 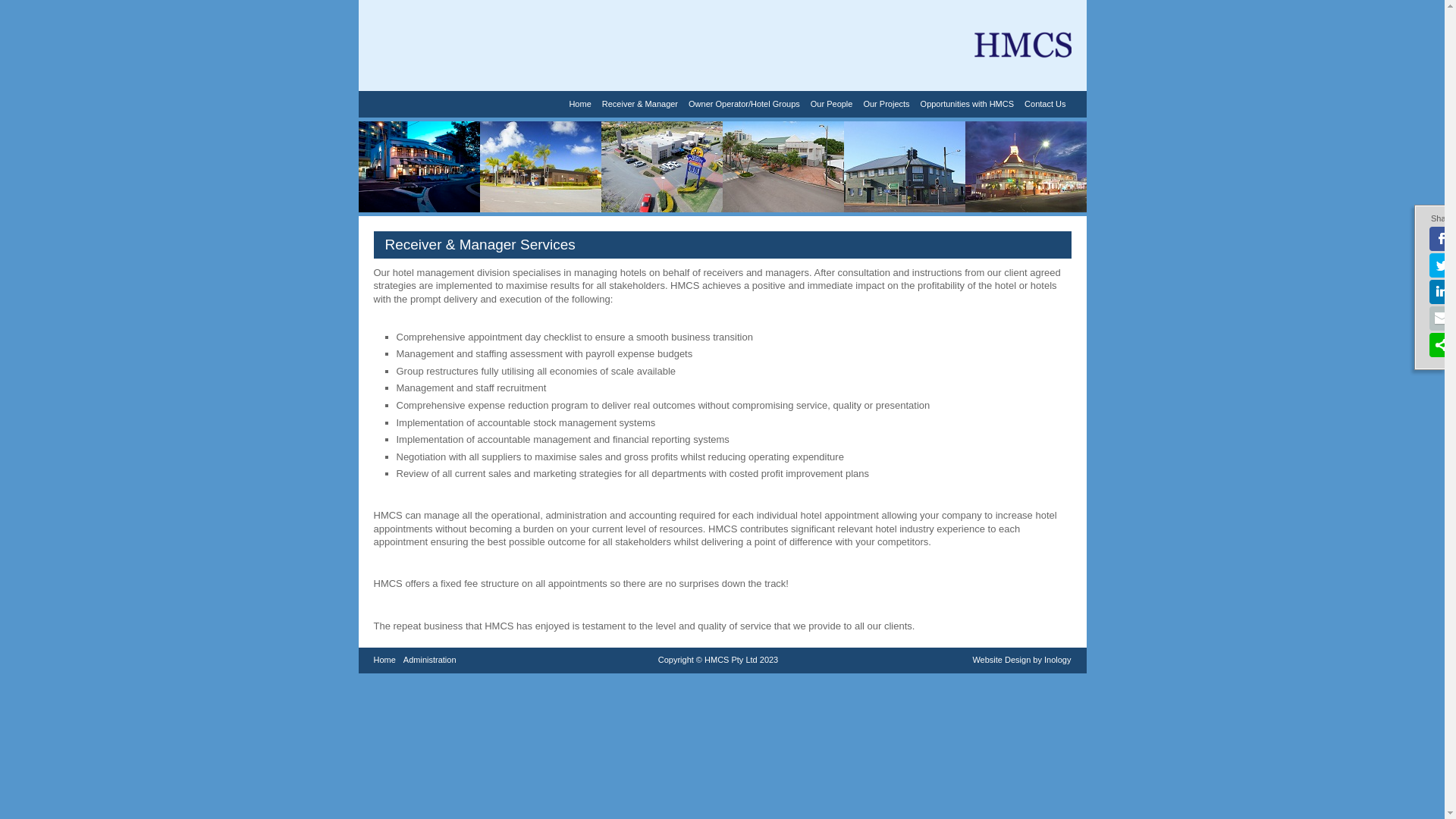 I want to click on 'Administration', so click(x=428, y=660).